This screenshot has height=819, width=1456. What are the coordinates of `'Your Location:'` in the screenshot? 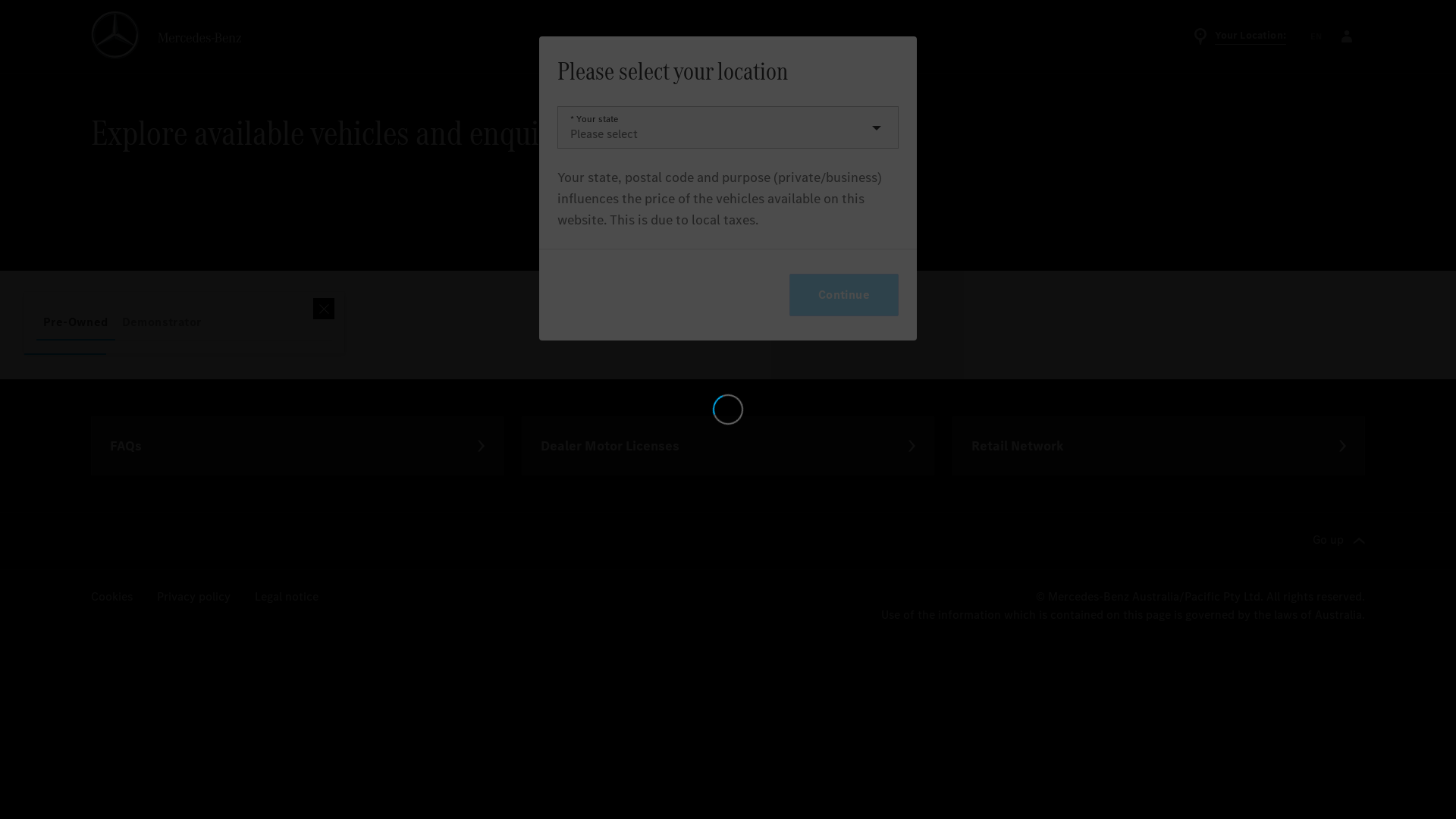 It's located at (1238, 35).